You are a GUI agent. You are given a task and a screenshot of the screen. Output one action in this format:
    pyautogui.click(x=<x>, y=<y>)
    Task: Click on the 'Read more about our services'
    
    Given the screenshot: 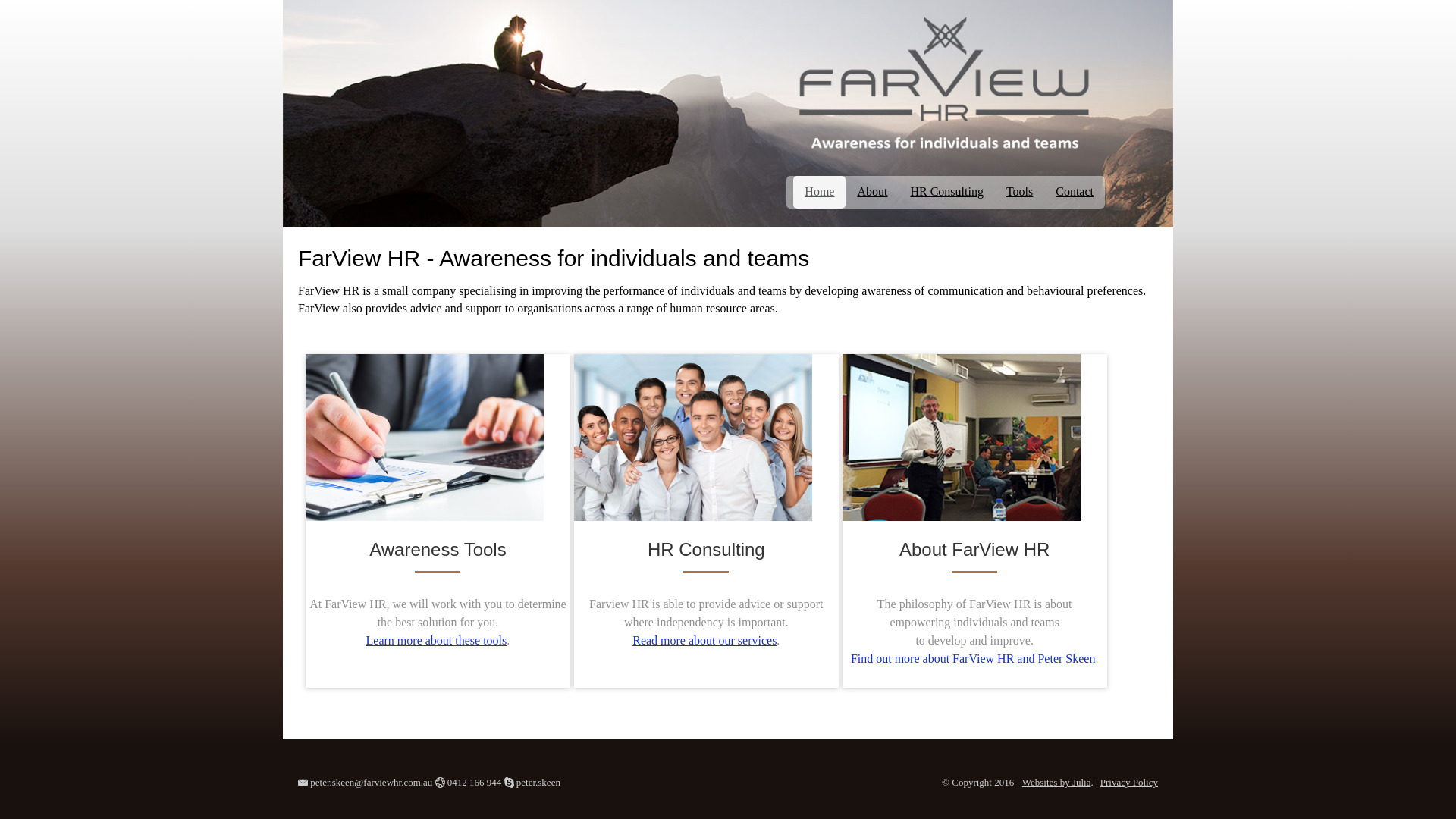 What is the action you would take?
    pyautogui.click(x=632, y=640)
    